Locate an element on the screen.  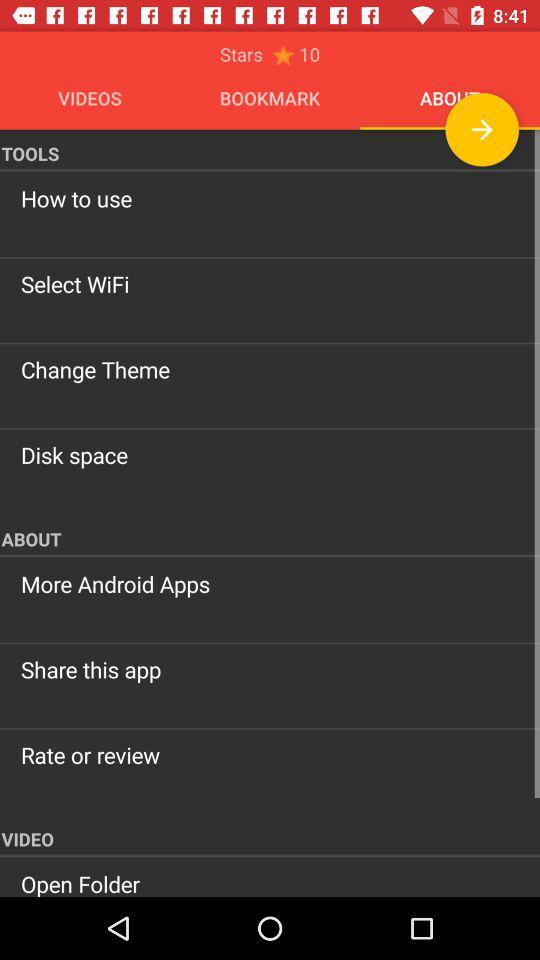
the icon above the disk space item is located at coordinates (270, 368).